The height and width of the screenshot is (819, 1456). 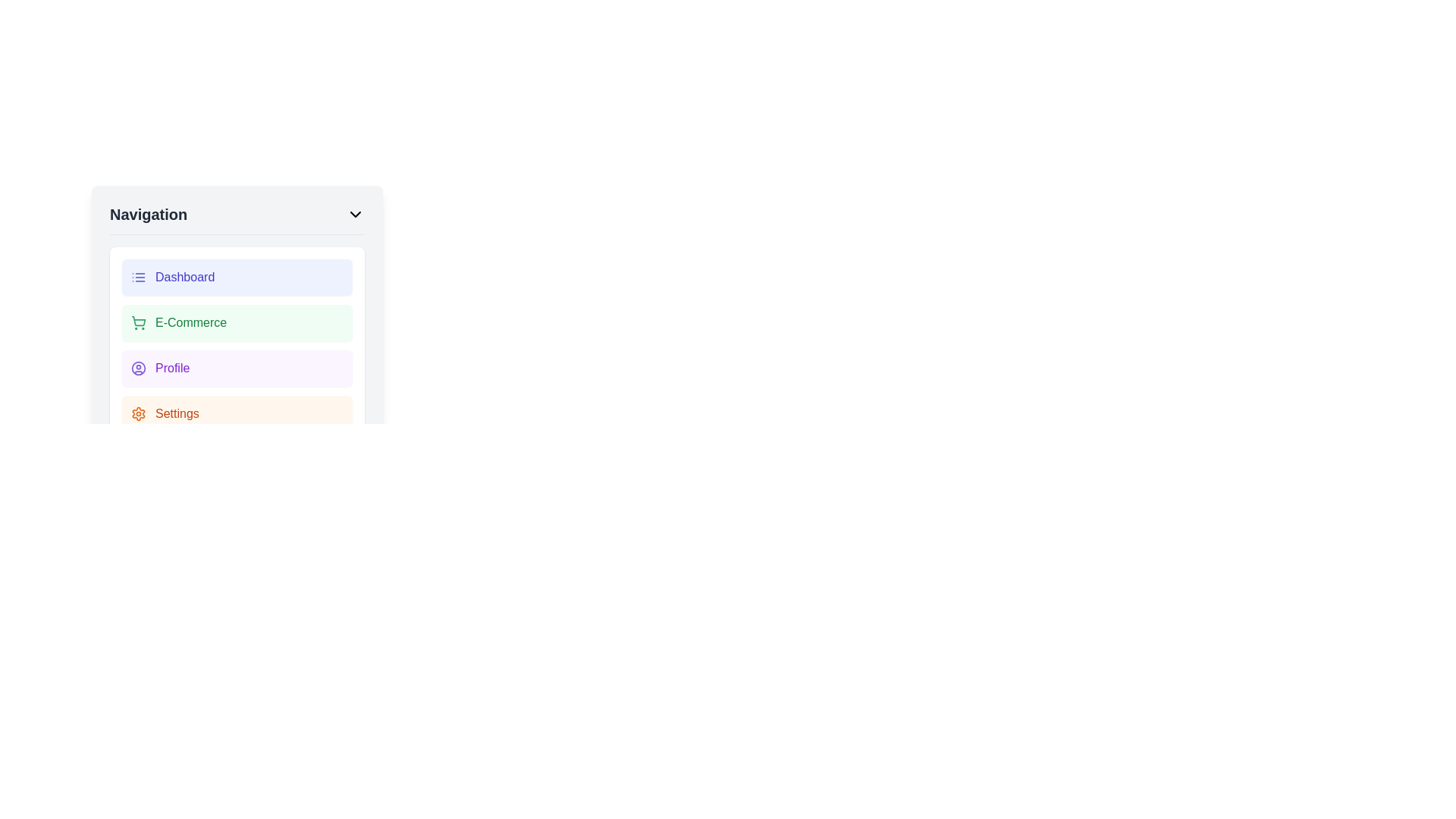 I want to click on the list icon located to the left of the 'Dashboard' text within the navigation section under the 'Navigation' title, so click(x=138, y=278).